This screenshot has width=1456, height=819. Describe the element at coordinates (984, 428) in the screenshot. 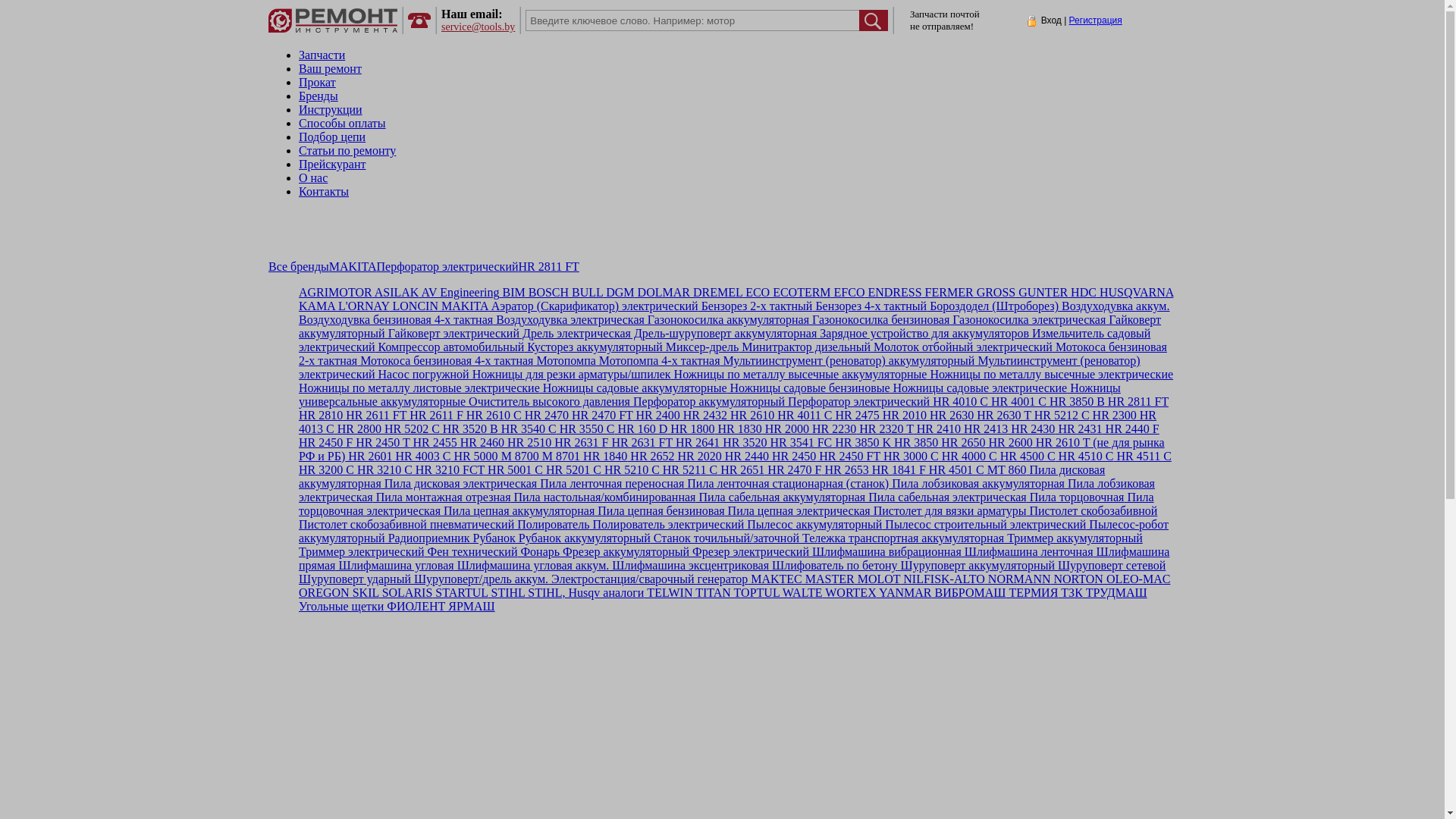

I see `'HR 2413'` at that location.